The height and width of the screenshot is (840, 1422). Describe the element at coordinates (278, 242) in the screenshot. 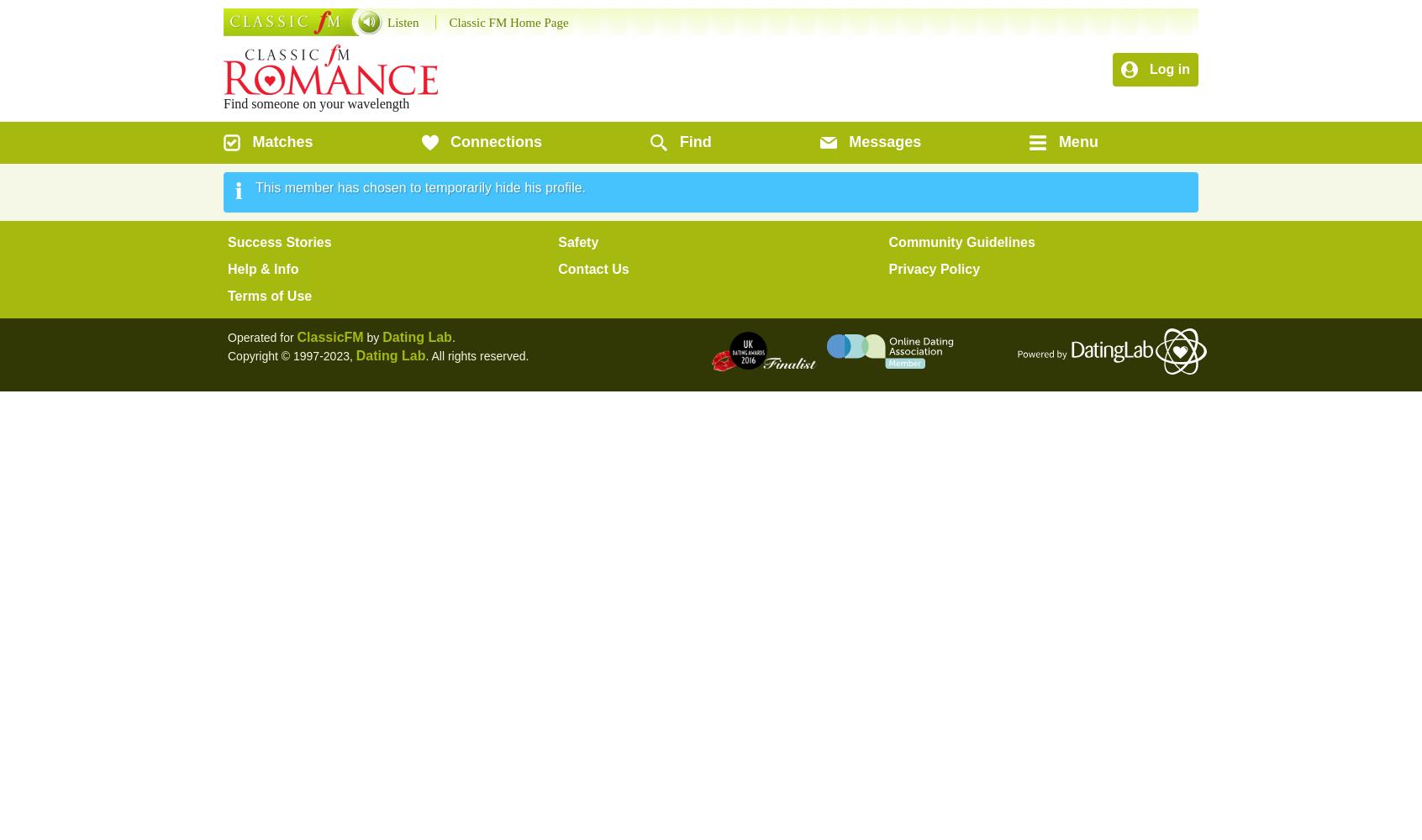

I see `'Success Stories'` at that location.